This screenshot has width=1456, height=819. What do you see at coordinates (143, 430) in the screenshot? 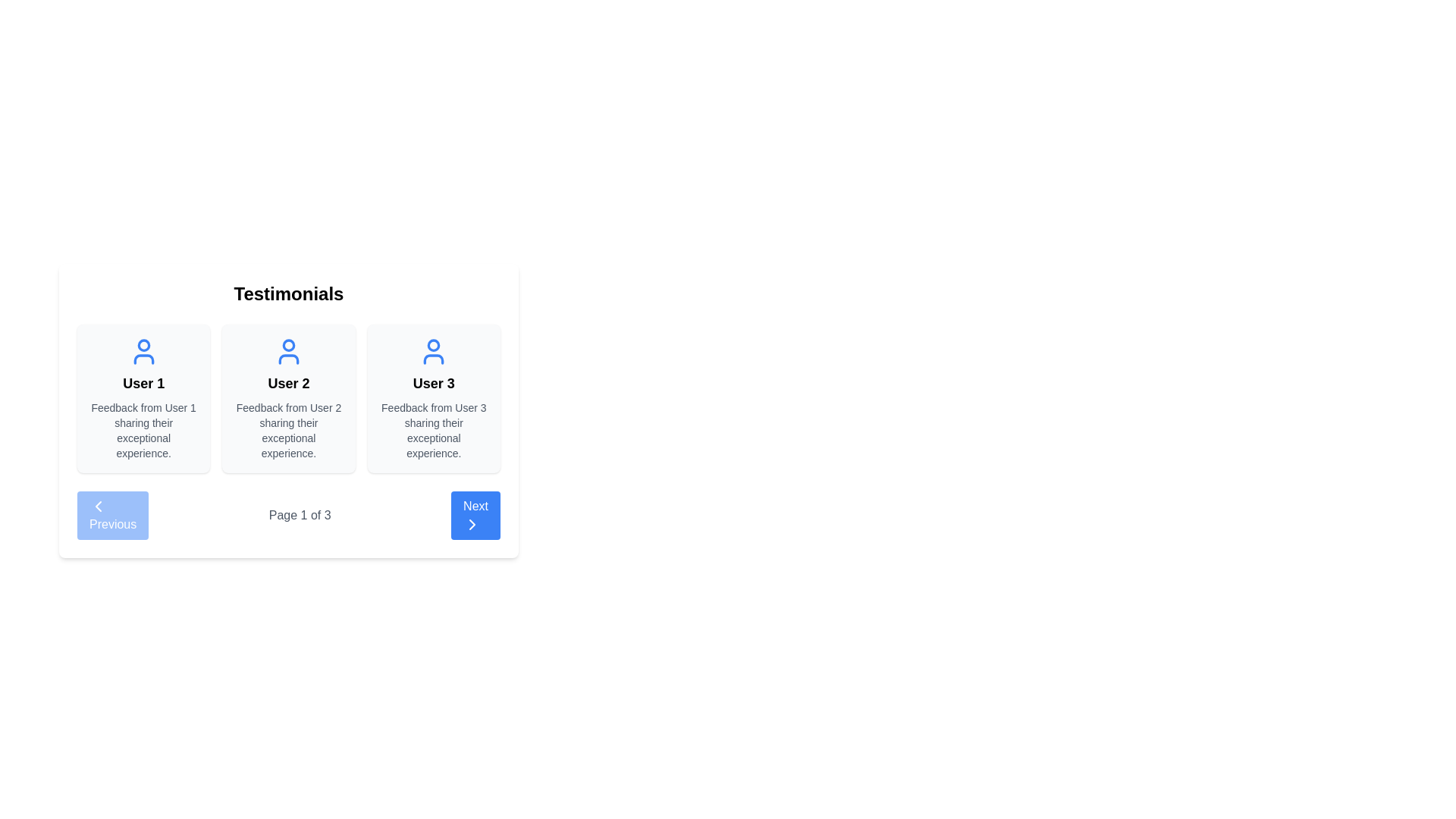
I see `the text block that conveys user feedback or a testimonial, located in the bottom section of the first card following the heading titled 'User 1'` at bounding box center [143, 430].